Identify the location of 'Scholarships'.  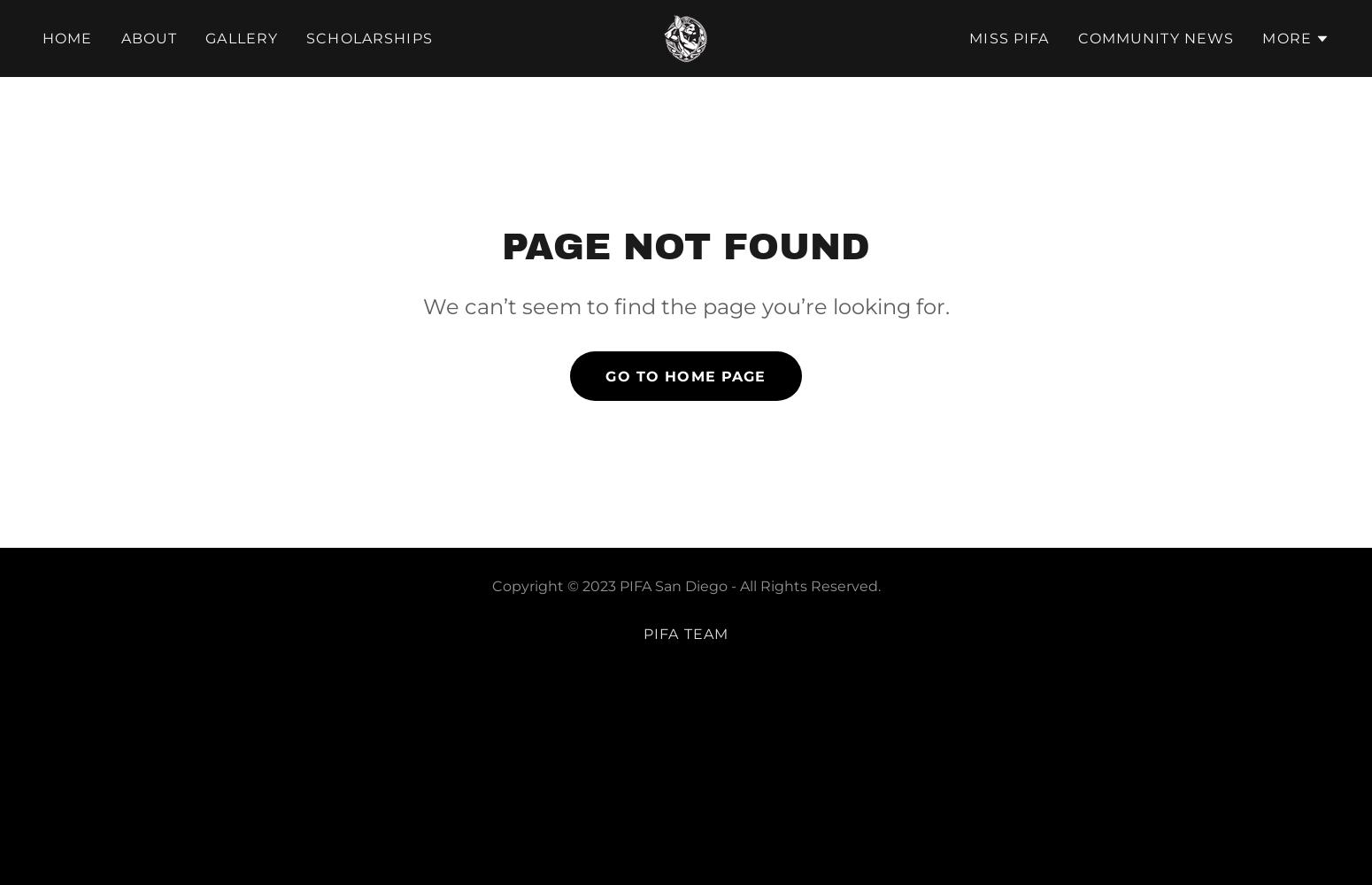
(368, 37).